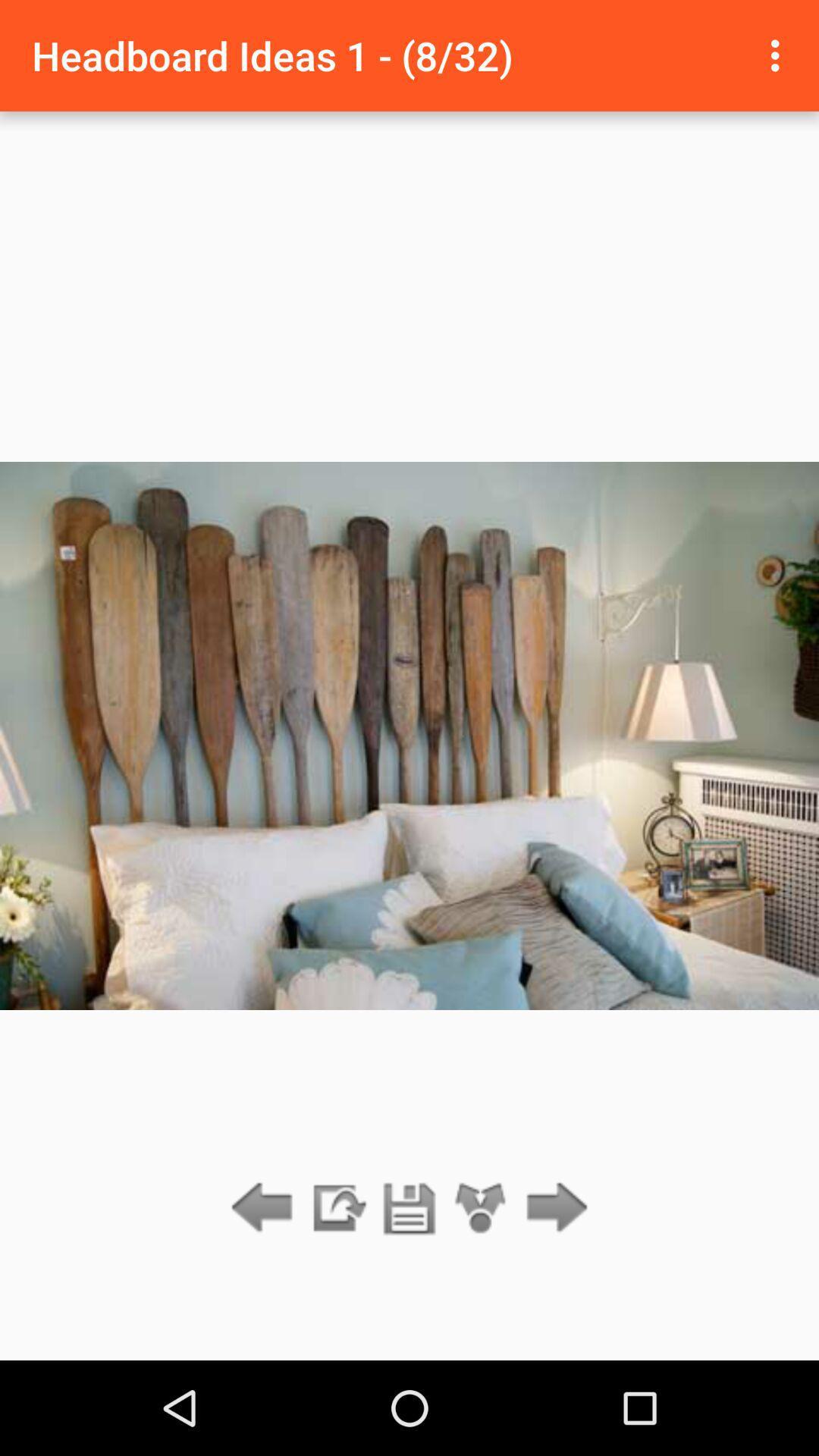 The width and height of the screenshot is (819, 1456). Describe the element at coordinates (265, 1208) in the screenshot. I see `go back` at that location.